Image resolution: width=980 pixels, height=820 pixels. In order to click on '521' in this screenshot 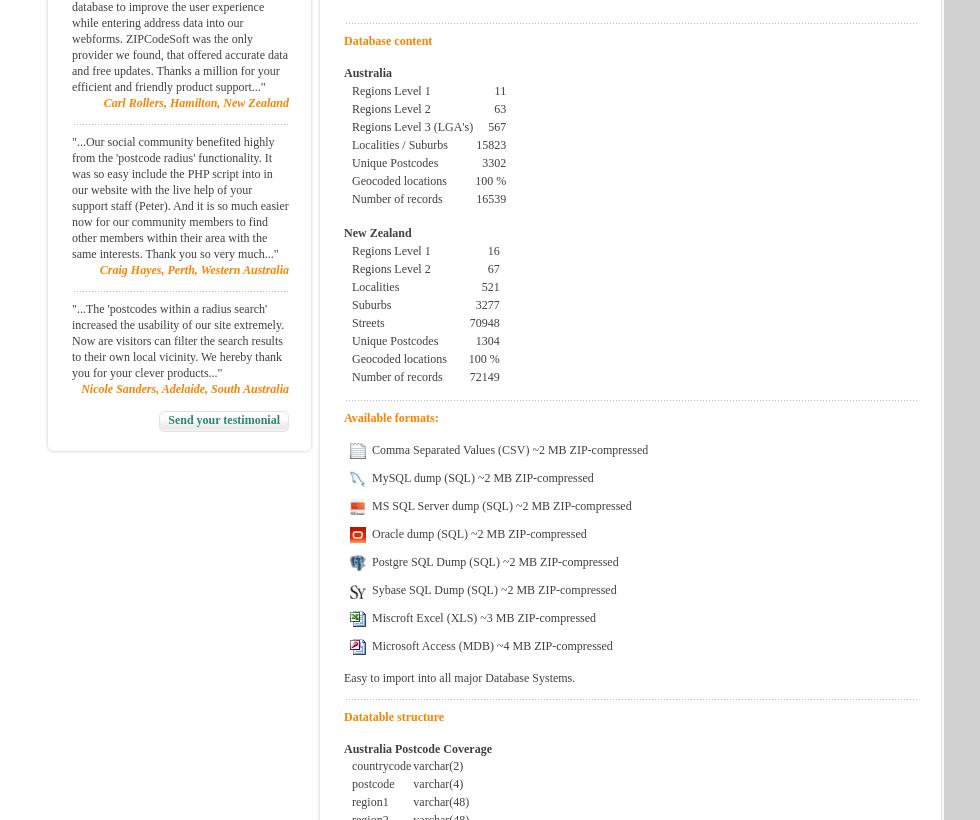, I will do `click(490, 286)`.